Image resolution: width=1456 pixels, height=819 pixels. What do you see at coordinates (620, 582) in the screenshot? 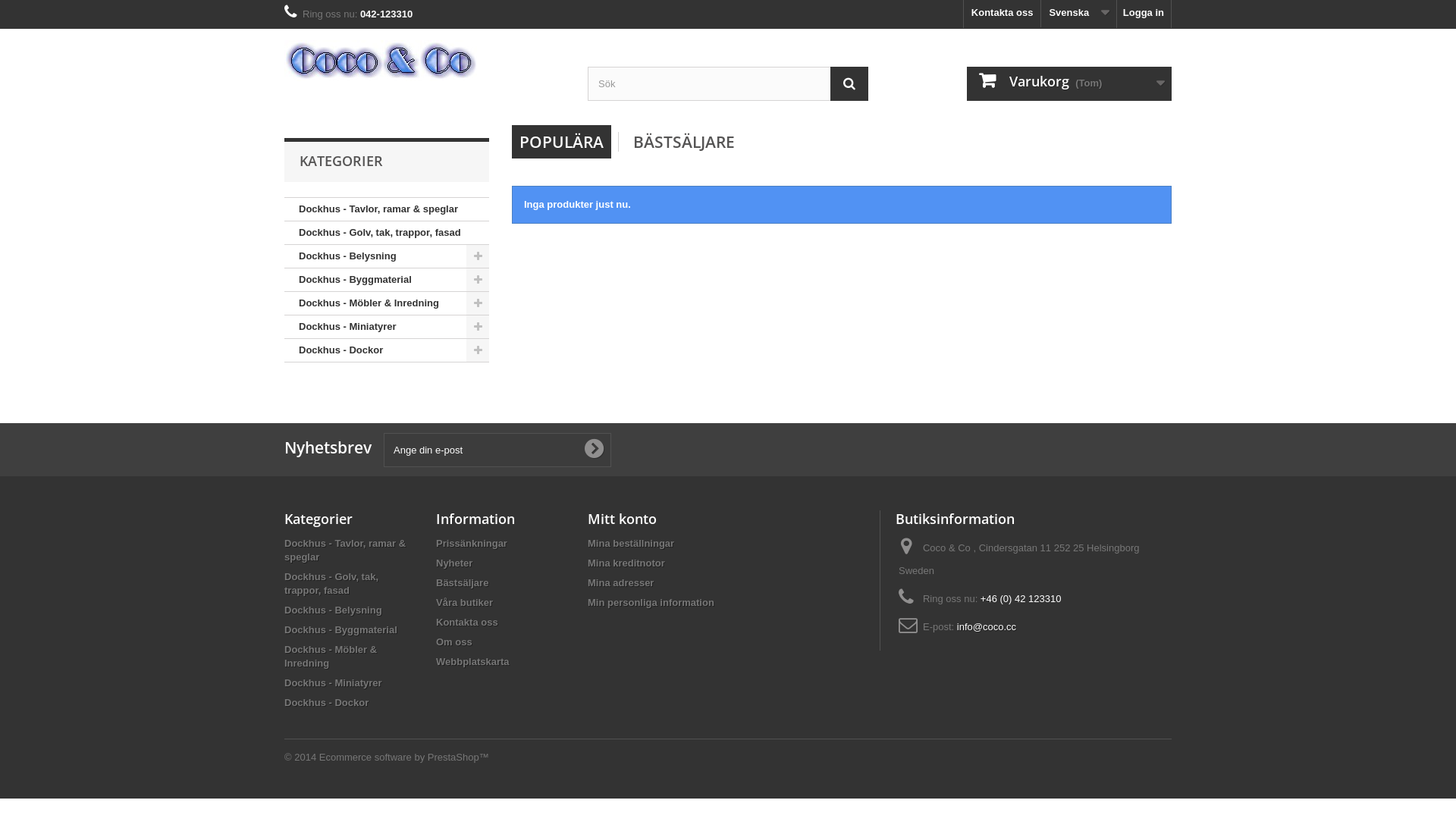
I see `'Mina adresser'` at bounding box center [620, 582].